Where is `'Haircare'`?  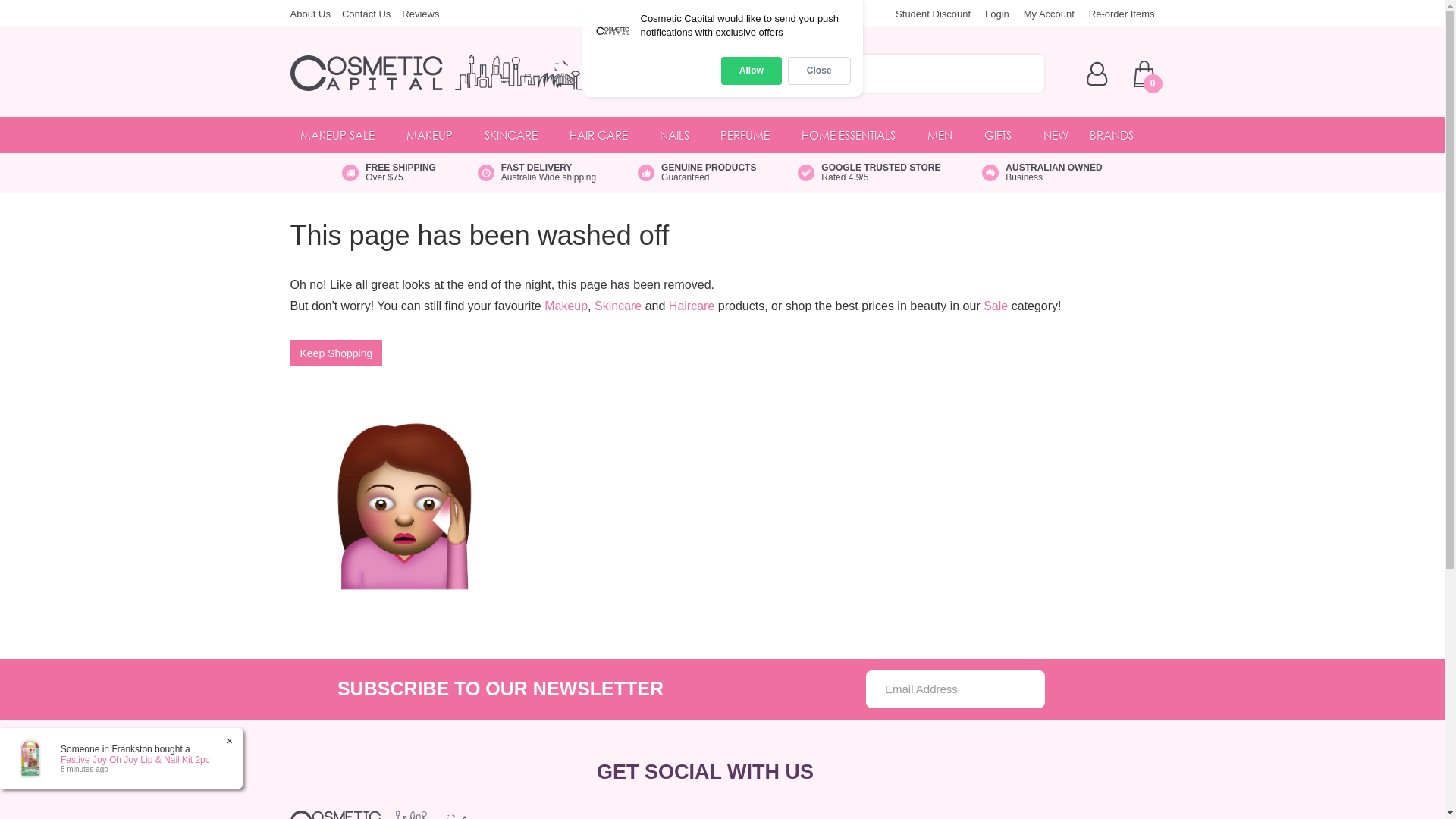
'Haircare' is located at coordinates (668, 306).